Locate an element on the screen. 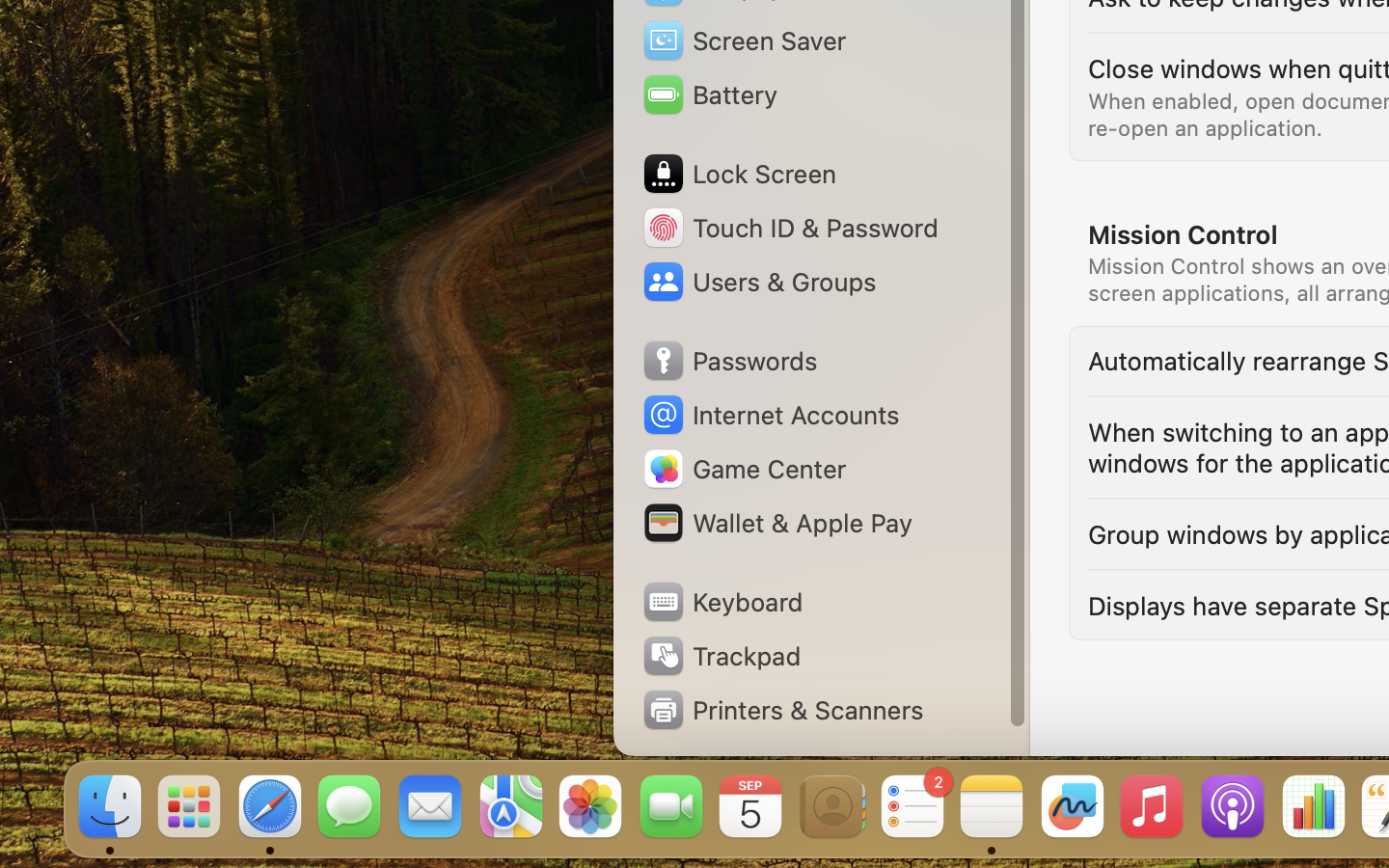 The image size is (1389, 868). 'Trackpad' is located at coordinates (720, 655).